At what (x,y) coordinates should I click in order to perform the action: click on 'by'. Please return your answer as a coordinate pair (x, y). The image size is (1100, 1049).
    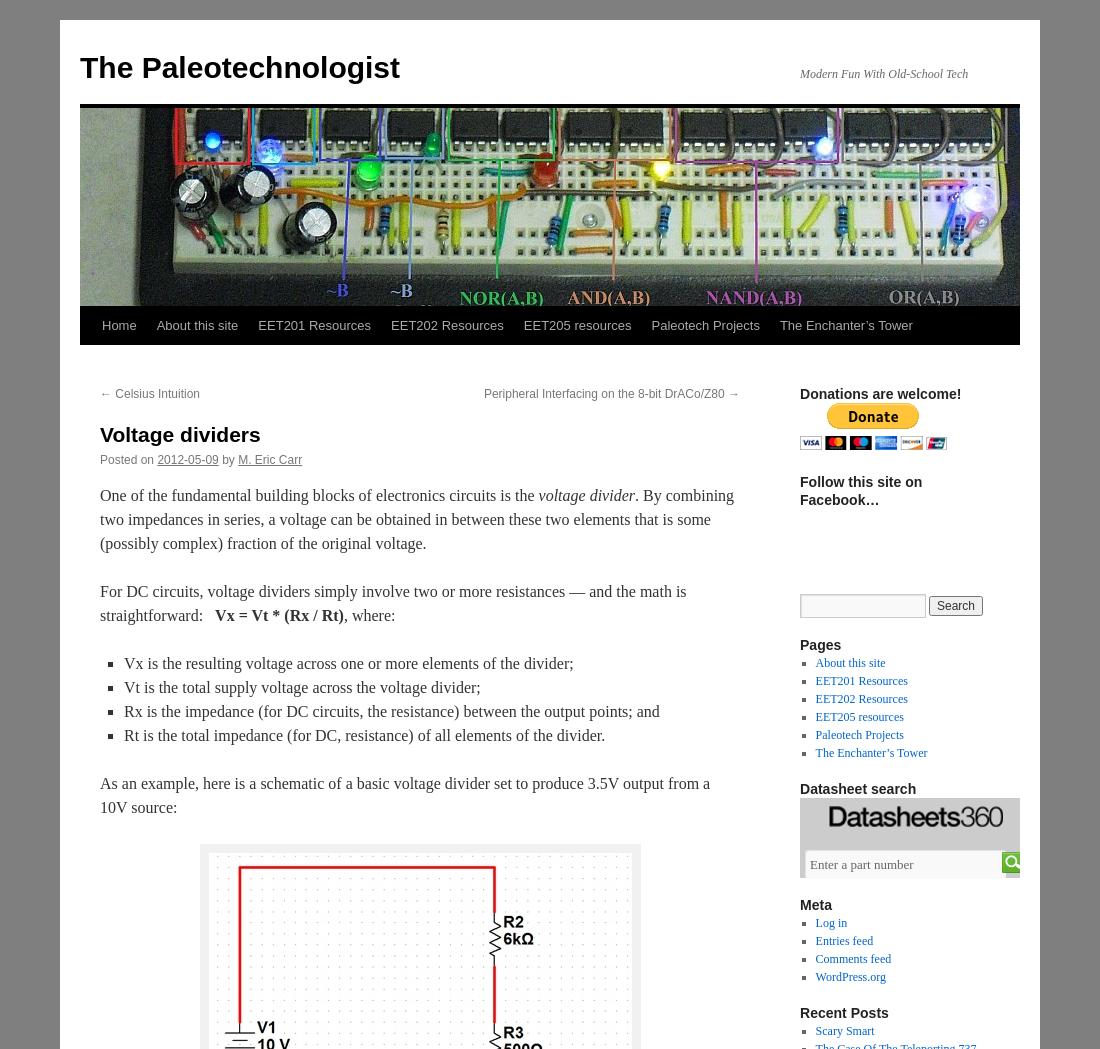
    Looking at the image, I should click on (228, 459).